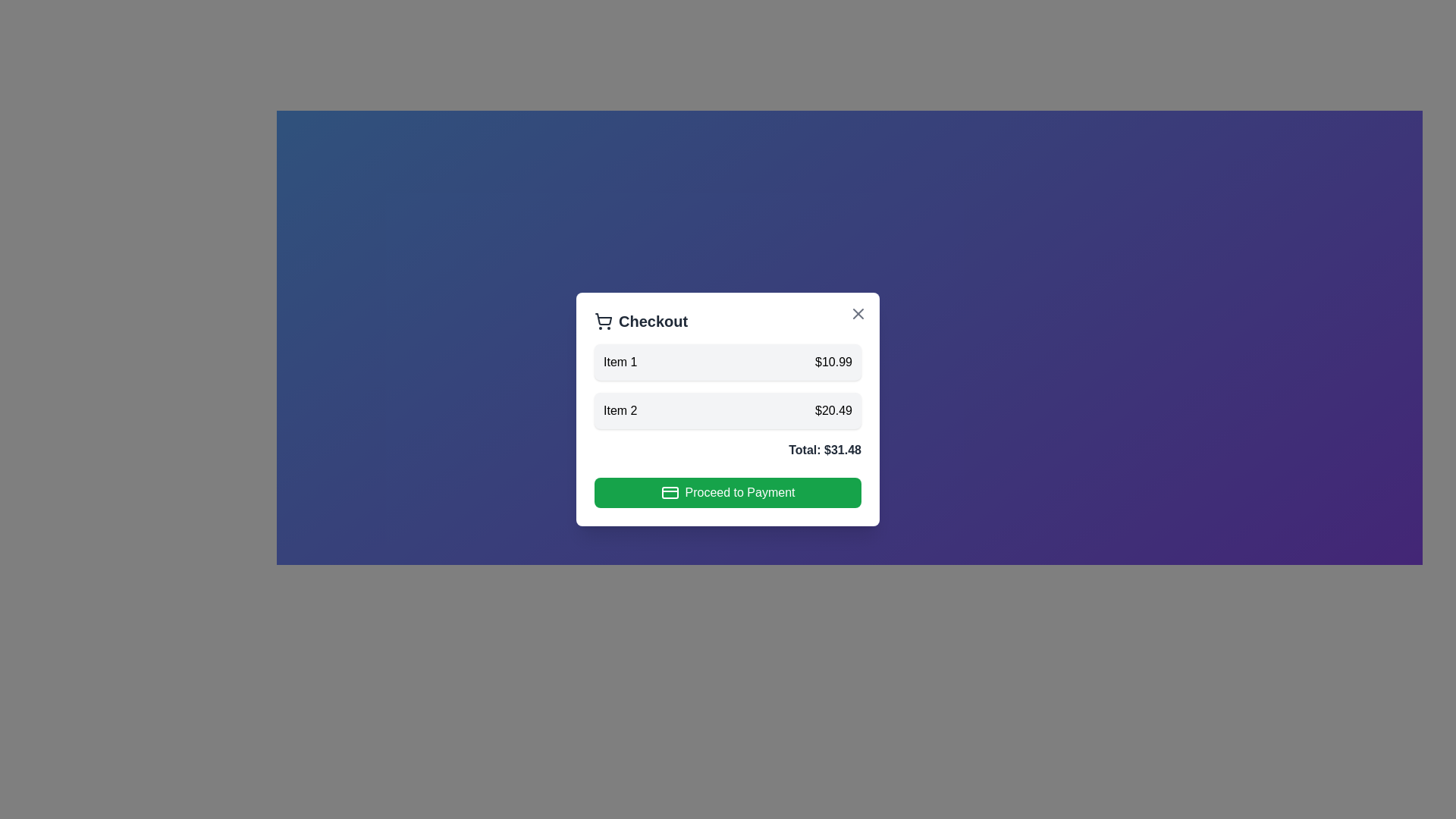 The image size is (1456, 819). What do you see at coordinates (728, 409) in the screenshot?
I see `the second informational card in the checkout modal that displays the item name and price` at bounding box center [728, 409].